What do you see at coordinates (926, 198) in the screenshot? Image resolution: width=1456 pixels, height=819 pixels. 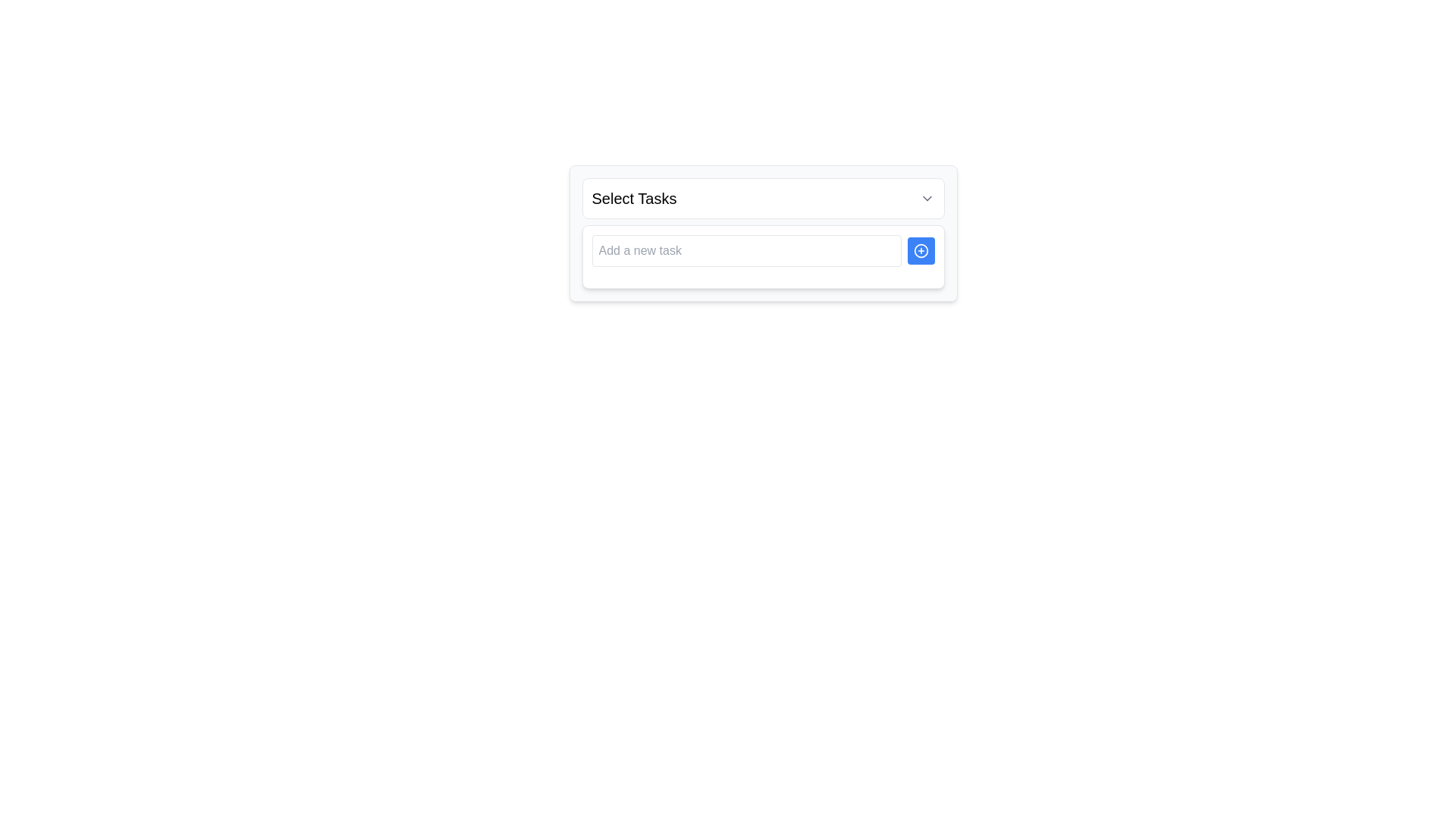 I see `the downward-pointing chevron icon located at the far right of the 'Select Tasks' header` at bounding box center [926, 198].